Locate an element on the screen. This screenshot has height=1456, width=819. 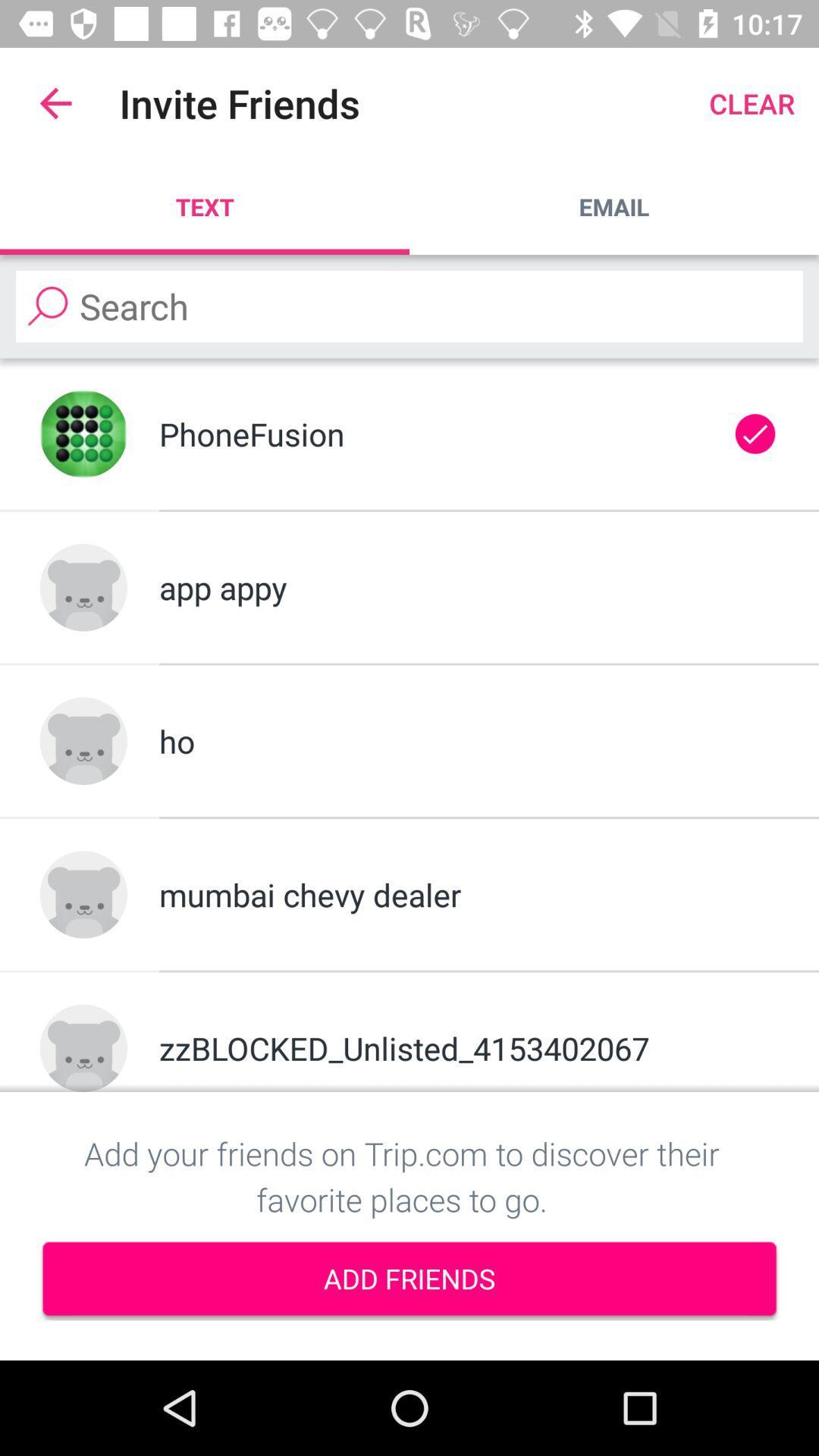
mumbai chevy dealer item is located at coordinates (468, 894).